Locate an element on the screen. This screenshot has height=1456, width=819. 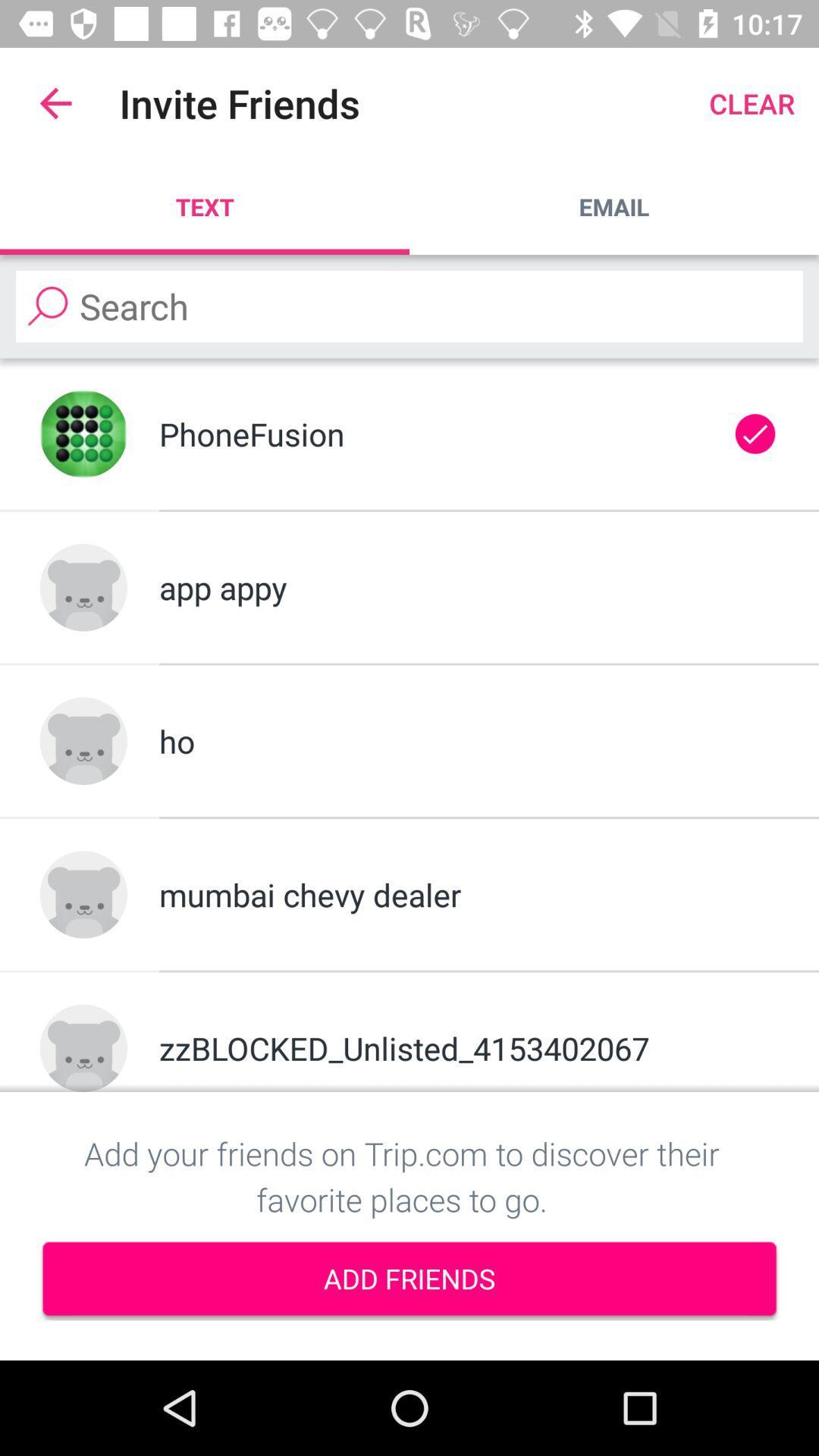
mumbai chevy dealer item is located at coordinates (468, 894).